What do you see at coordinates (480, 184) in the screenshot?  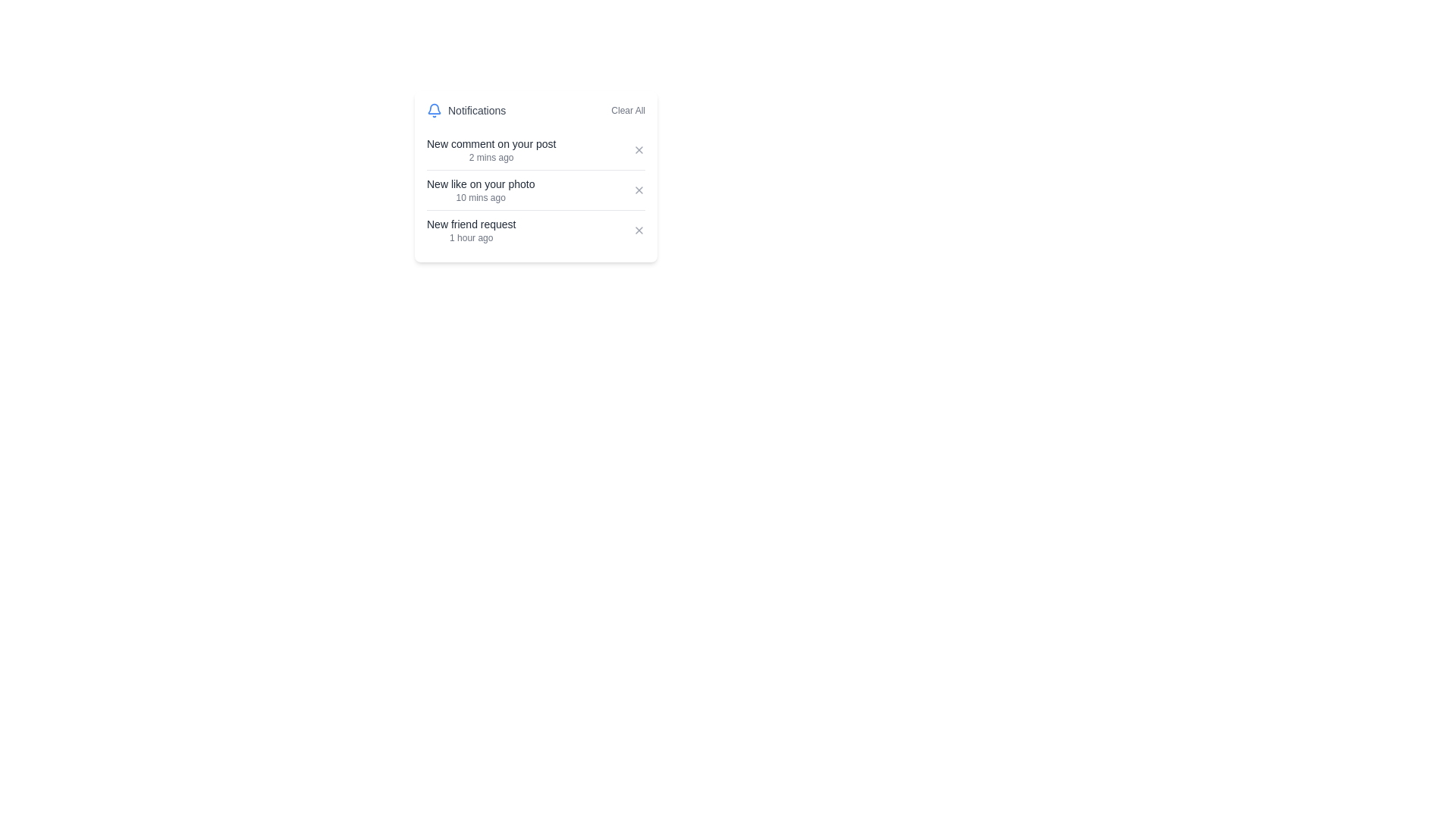 I see `the notification message indicating that someone has liked the user's photo, located below the 'New comment on your post' notification and above the 'New friend request' notification` at bounding box center [480, 184].